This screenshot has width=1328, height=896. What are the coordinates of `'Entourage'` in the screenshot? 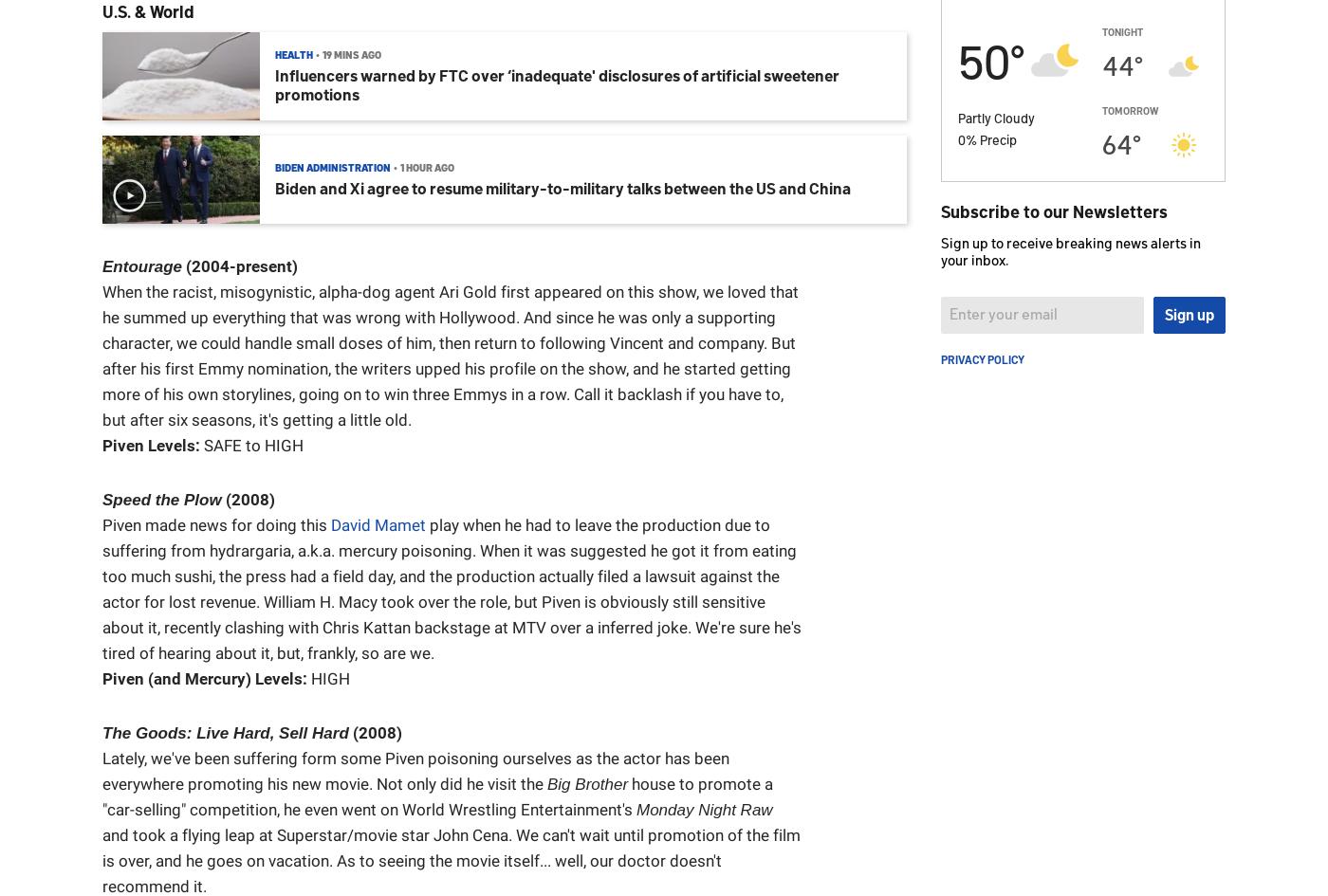 It's located at (141, 266).